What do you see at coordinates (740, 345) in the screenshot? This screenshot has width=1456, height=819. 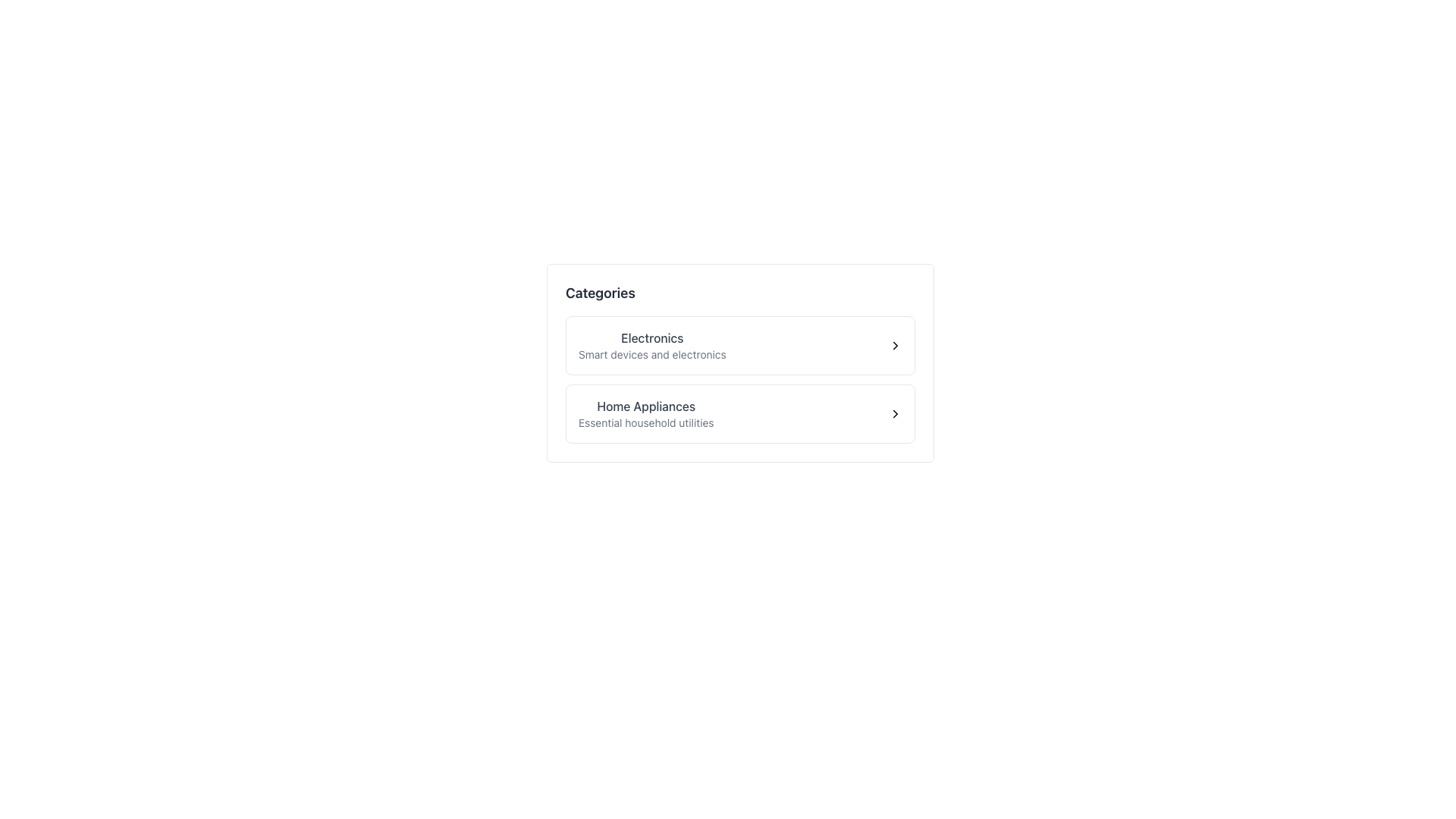 I see `the 'Electronics' Button, which is the first item in a vertical list of navigation buttons` at bounding box center [740, 345].